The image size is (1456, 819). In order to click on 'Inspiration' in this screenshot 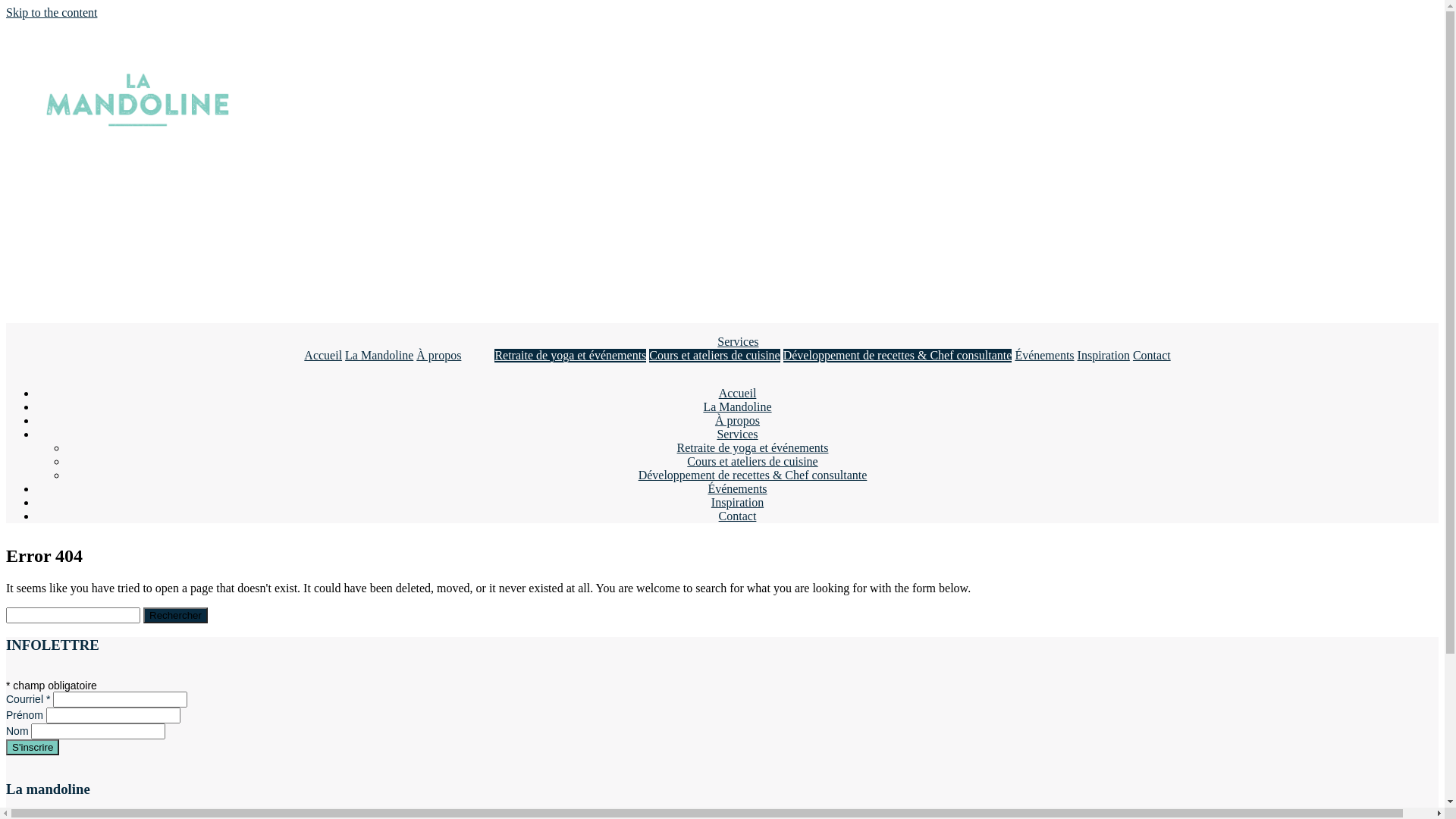, I will do `click(737, 502)`.